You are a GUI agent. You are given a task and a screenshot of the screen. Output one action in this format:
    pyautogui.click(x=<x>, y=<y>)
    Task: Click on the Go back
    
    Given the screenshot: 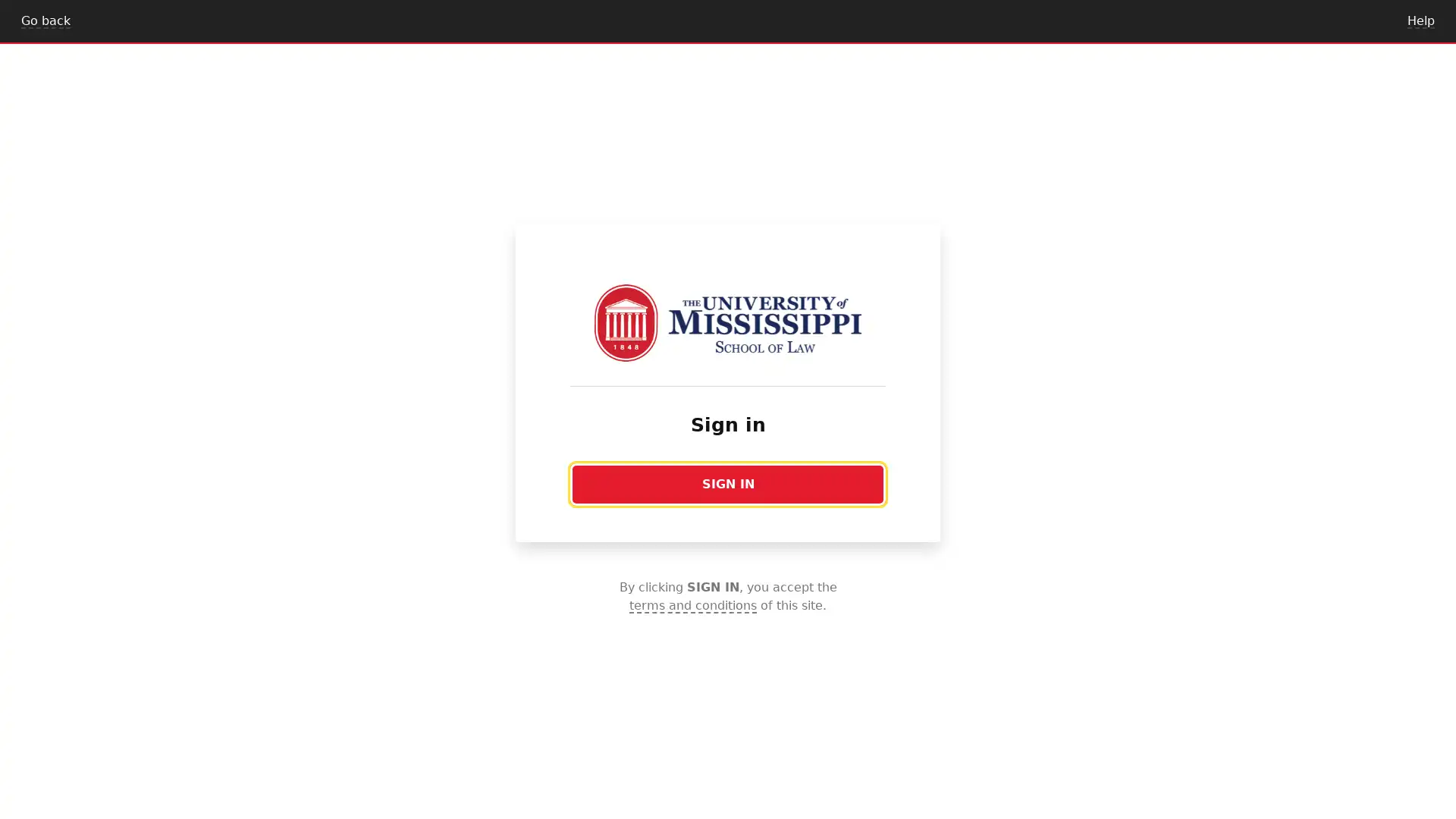 What is the action you would take?
    pyautogui.click(x=45, y=20)
    